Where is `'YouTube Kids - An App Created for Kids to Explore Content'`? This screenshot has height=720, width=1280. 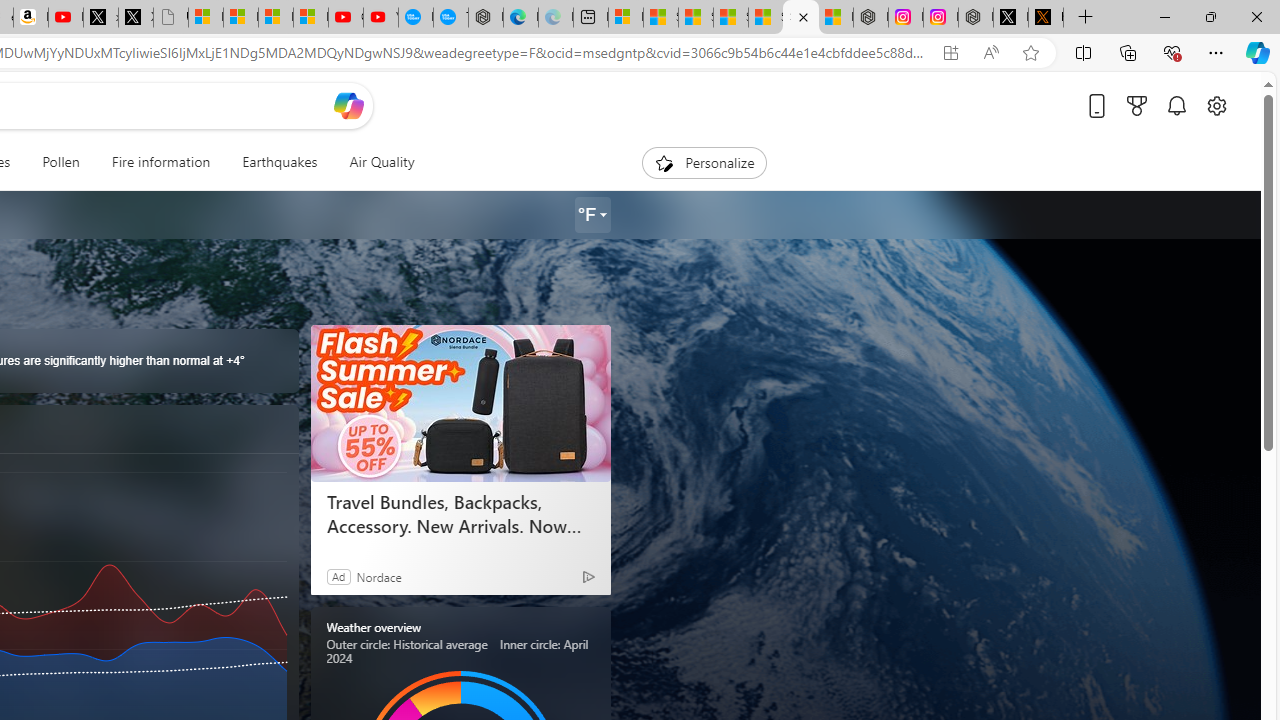
'YouTube Kids - An App Created for Kids to Explore Content' is located at coordinates (380, 17).